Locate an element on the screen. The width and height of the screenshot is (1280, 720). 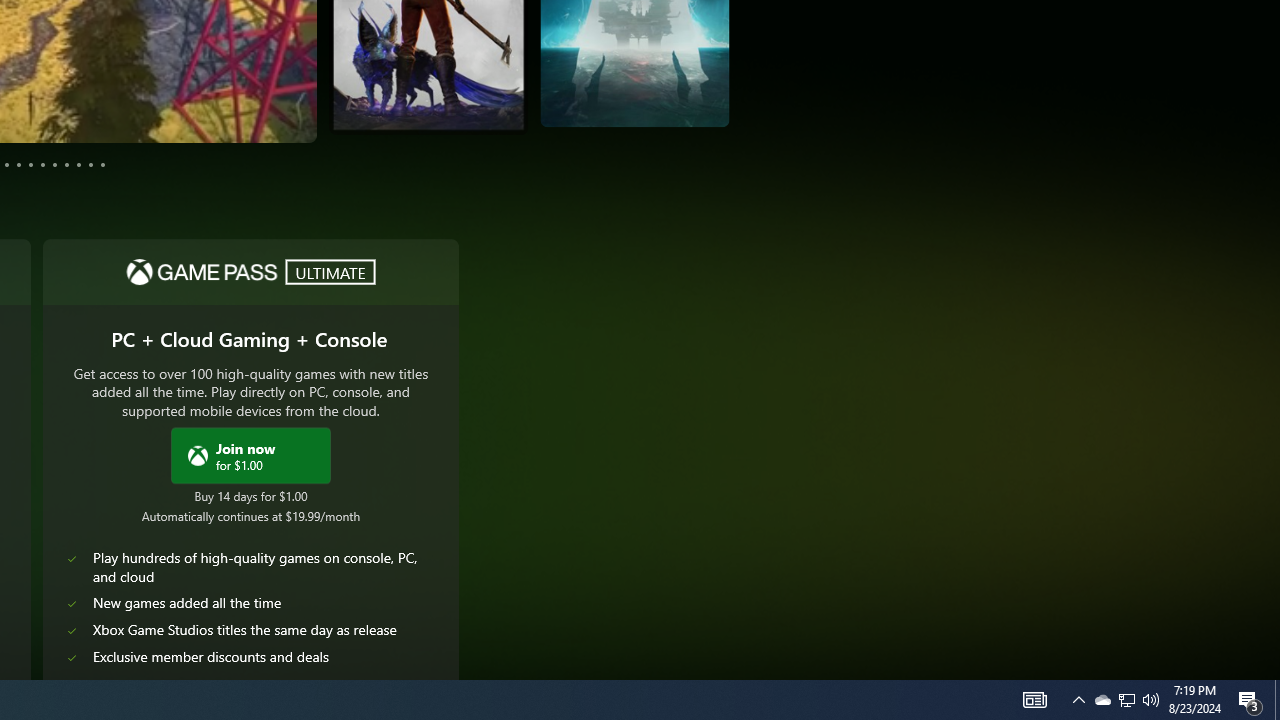
'Page 12' is located at coordinates (102, 163).